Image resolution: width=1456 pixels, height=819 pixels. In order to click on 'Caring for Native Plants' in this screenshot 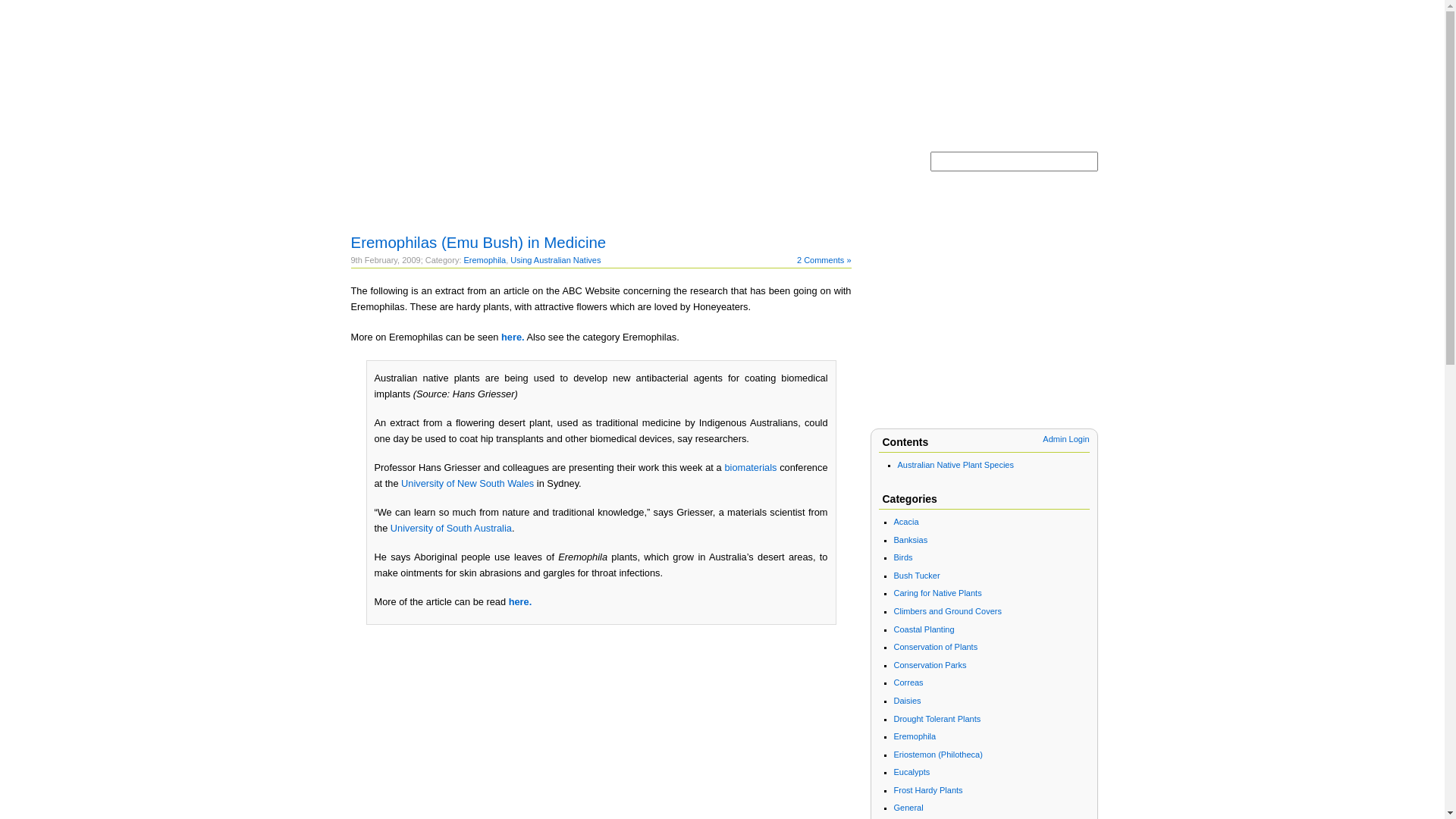, I will do `click(937, 592)`.